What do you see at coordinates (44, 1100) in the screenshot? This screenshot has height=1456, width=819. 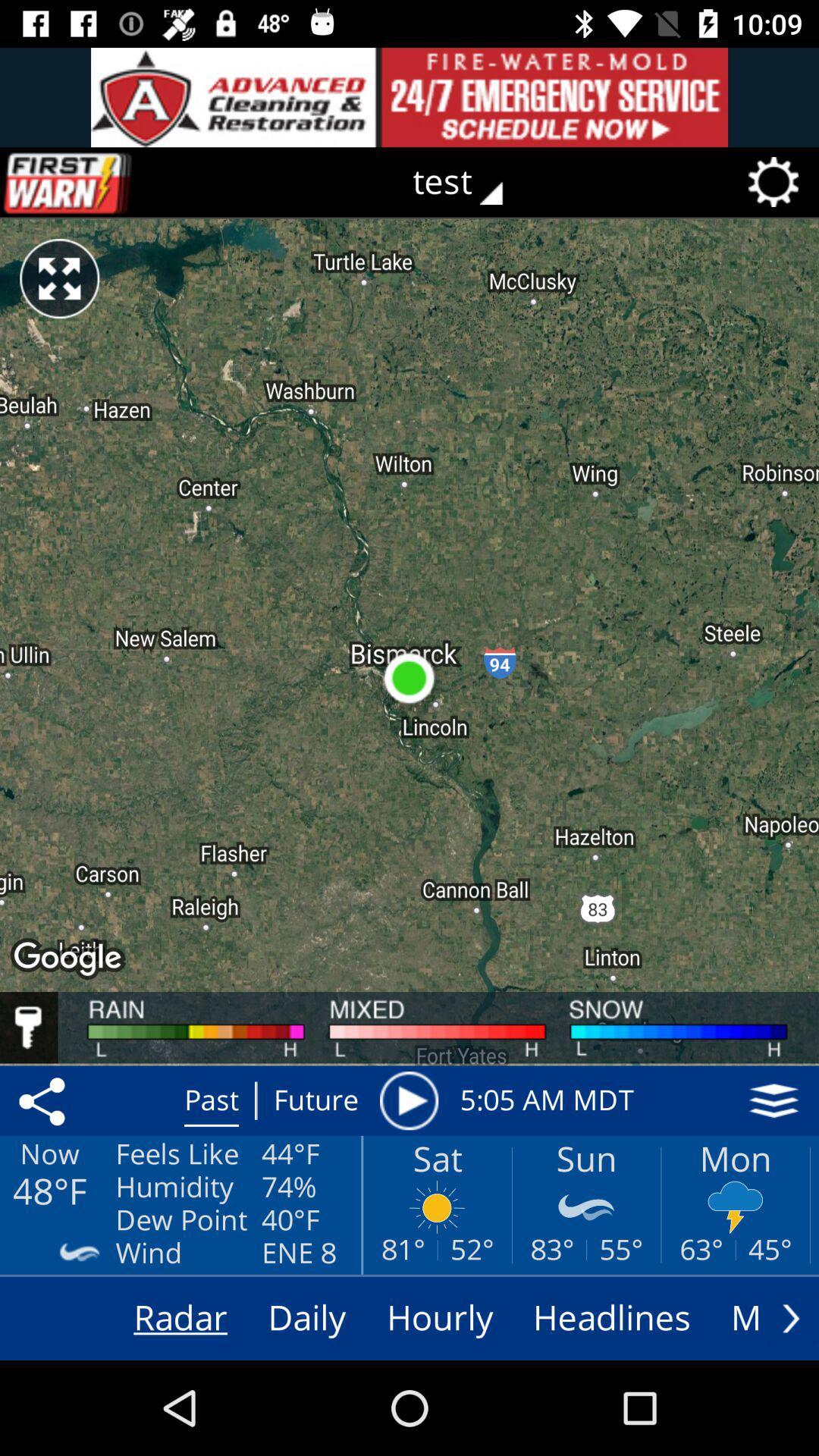 I see `share link` at bounding box center [44, 1100].